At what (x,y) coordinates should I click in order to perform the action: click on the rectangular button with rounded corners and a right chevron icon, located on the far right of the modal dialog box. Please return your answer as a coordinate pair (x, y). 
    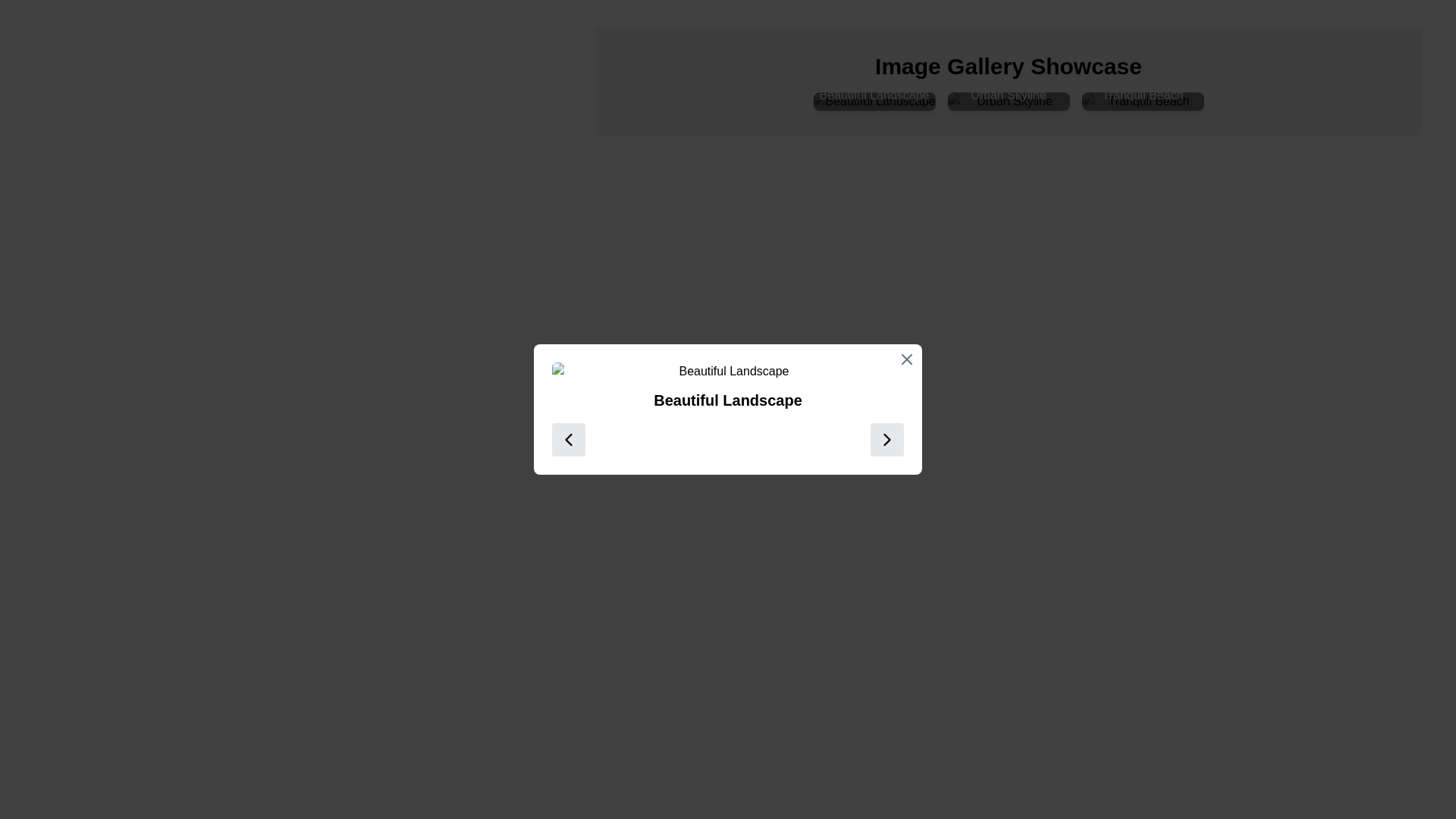
    Looking at the image, I should click on (887, 439).